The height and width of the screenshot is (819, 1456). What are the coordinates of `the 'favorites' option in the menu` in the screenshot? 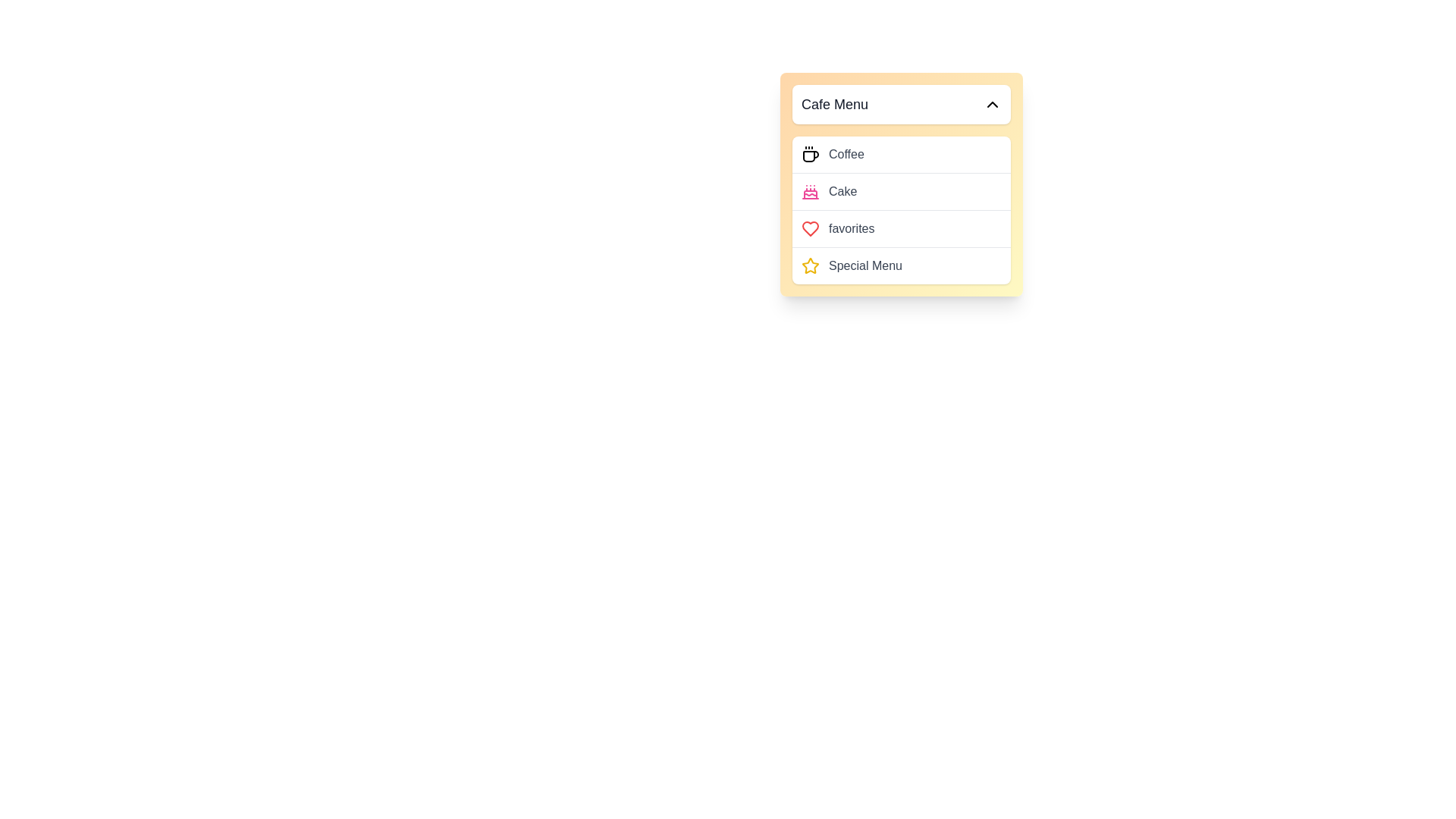 It's located at (902, 210).